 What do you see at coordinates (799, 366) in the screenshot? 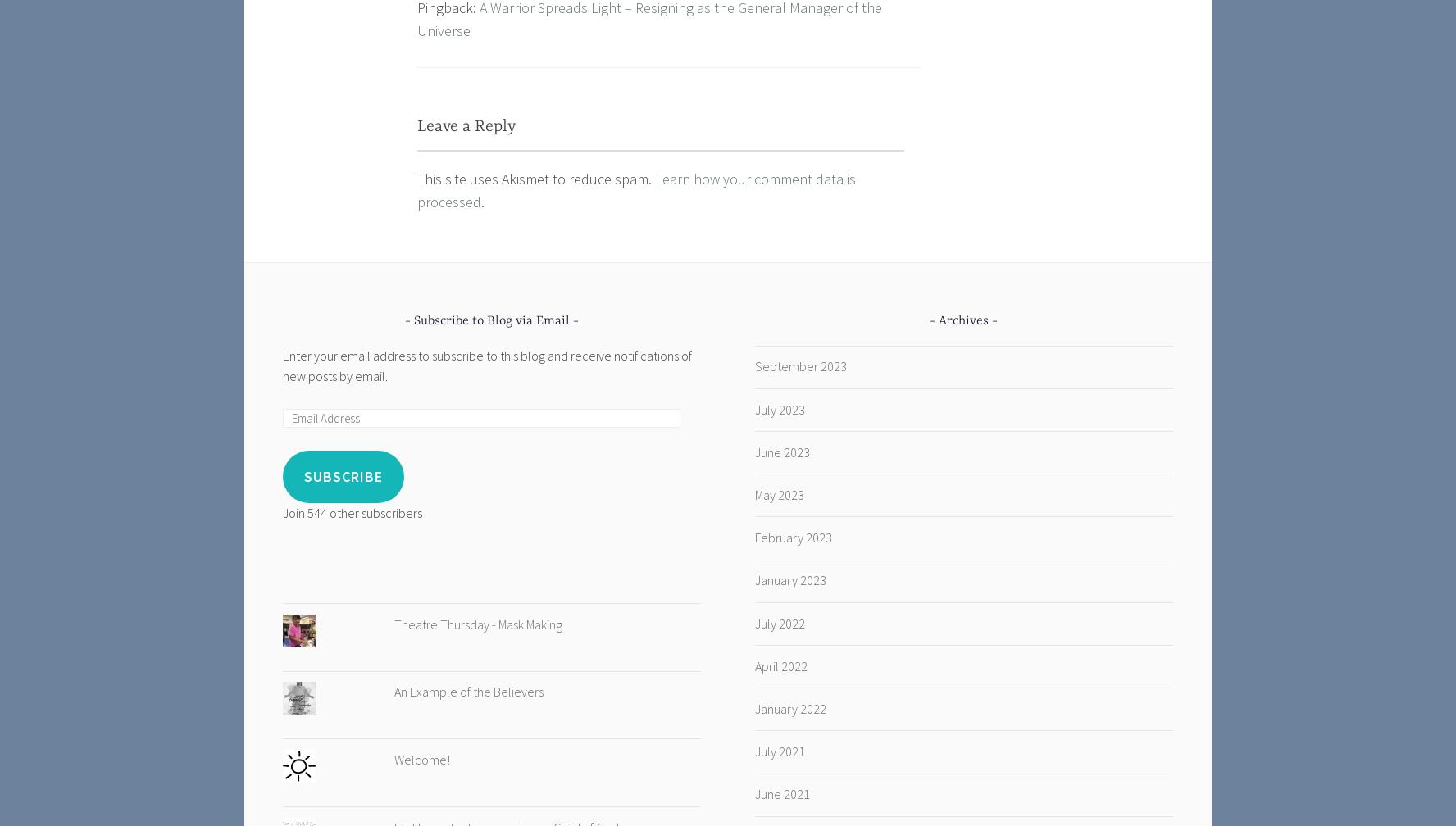
I see `'September 2023'` at bounding box center [799, 366].